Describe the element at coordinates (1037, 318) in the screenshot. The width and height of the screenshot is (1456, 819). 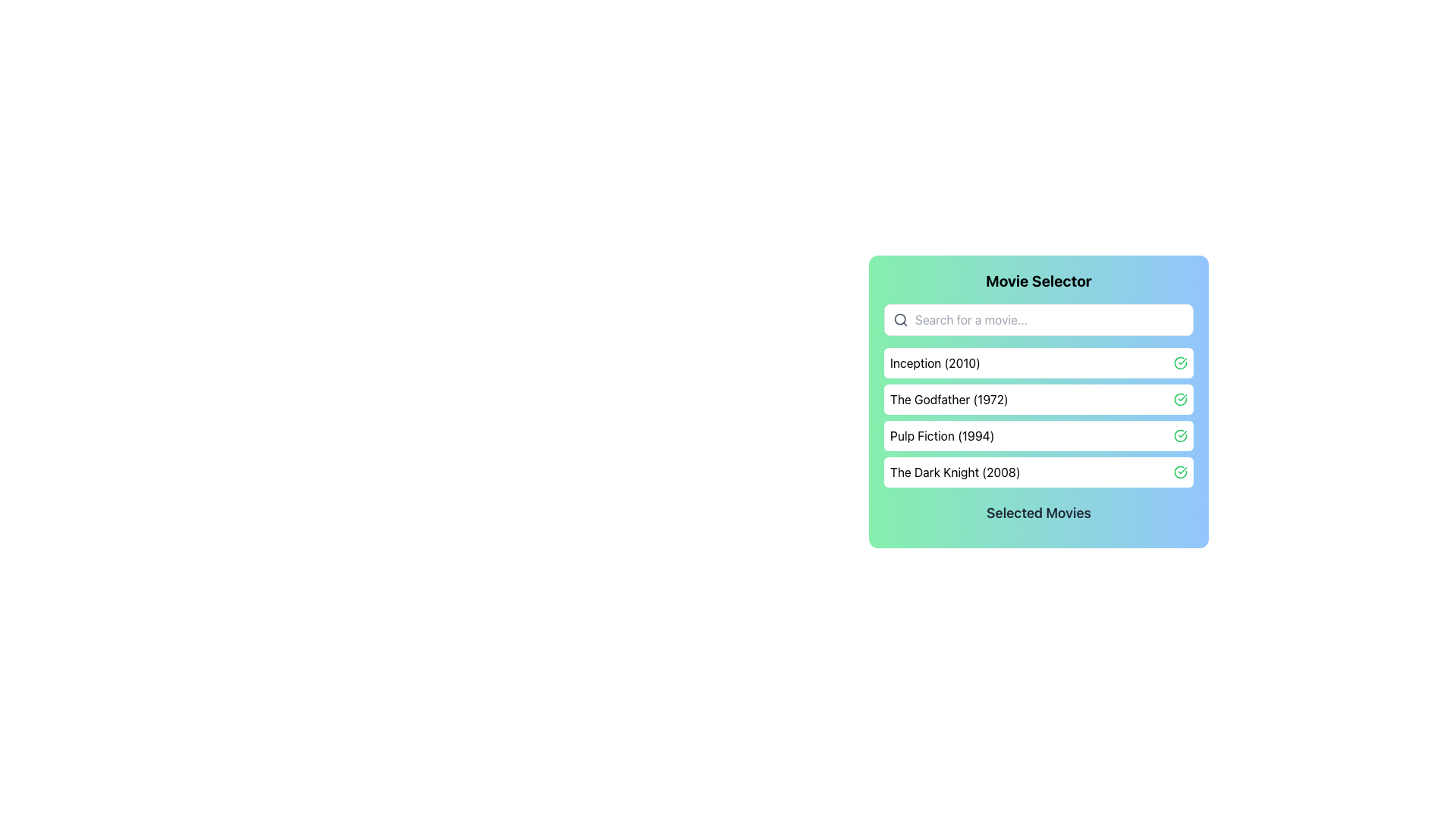
I see `the search input field located below the title 'Movie Selector' to focus it for typing movie titles` at that location.